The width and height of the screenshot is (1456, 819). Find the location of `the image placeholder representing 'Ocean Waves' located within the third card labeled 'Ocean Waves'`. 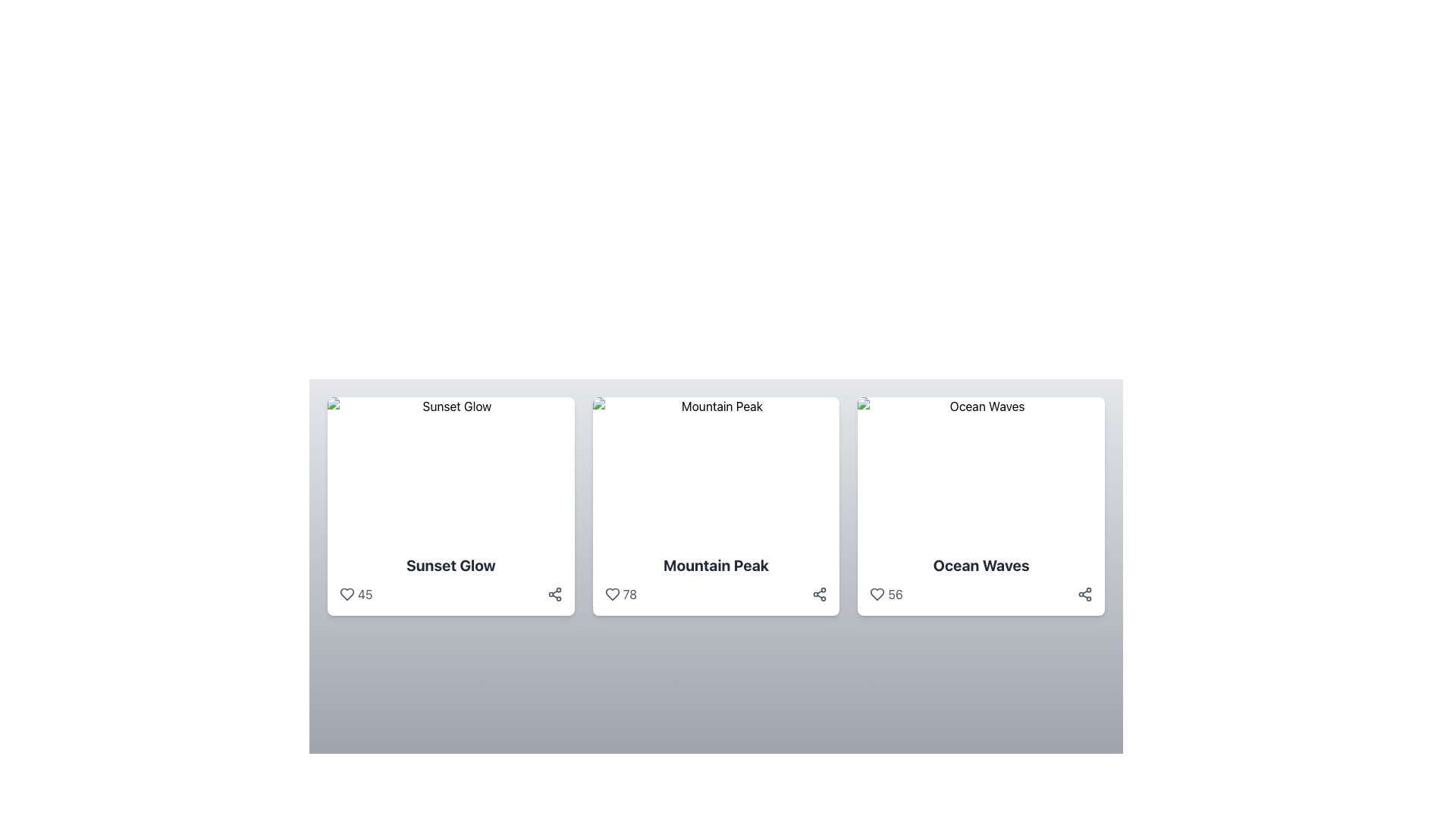

the image placeholder representing 'Ocean Waves' located within the third card labeled 'Ocean Waves' is located at coordinates (981, 469).